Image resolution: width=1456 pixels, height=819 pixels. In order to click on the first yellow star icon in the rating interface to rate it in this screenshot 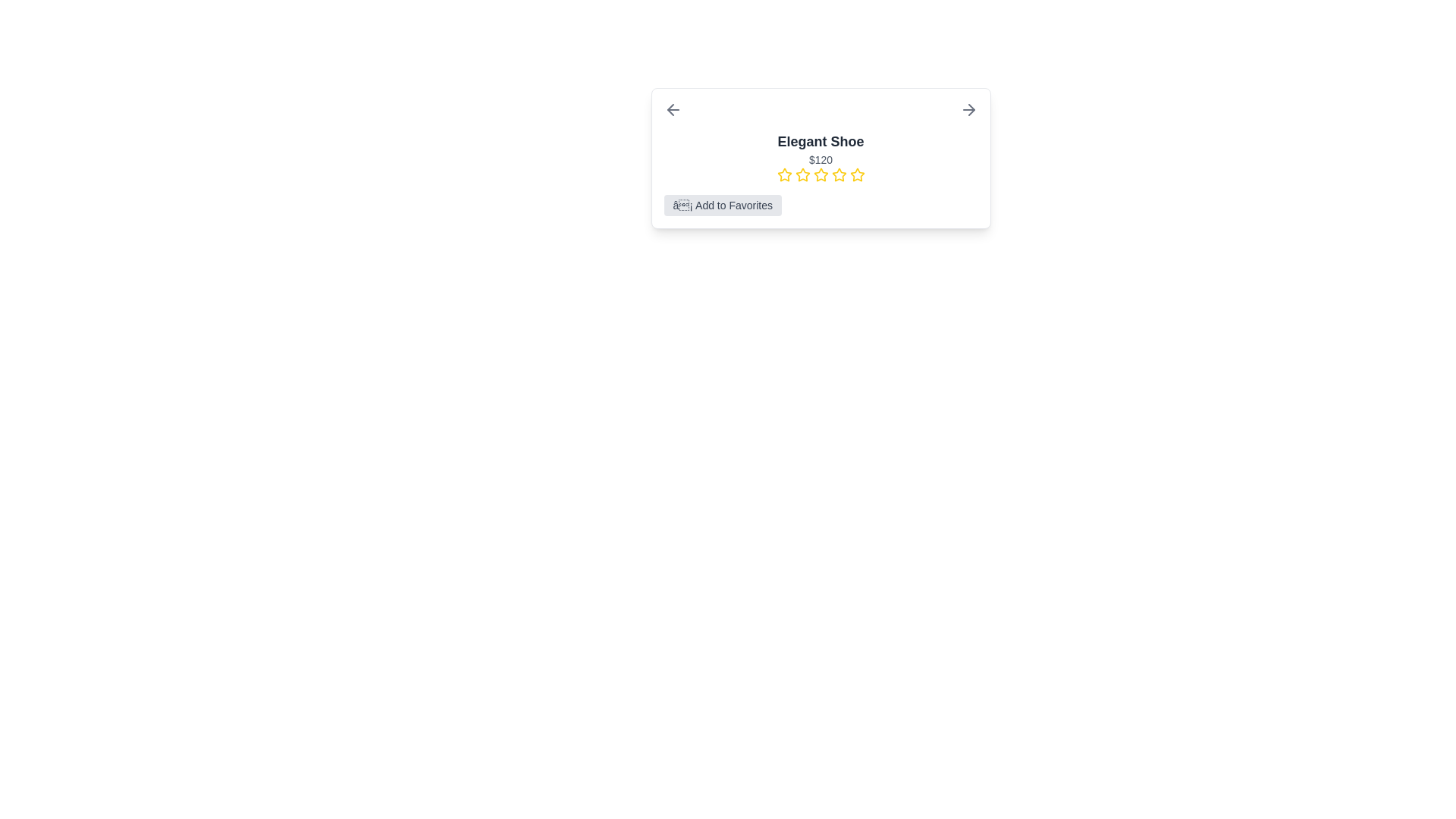, I will do `click(784, 174)`.